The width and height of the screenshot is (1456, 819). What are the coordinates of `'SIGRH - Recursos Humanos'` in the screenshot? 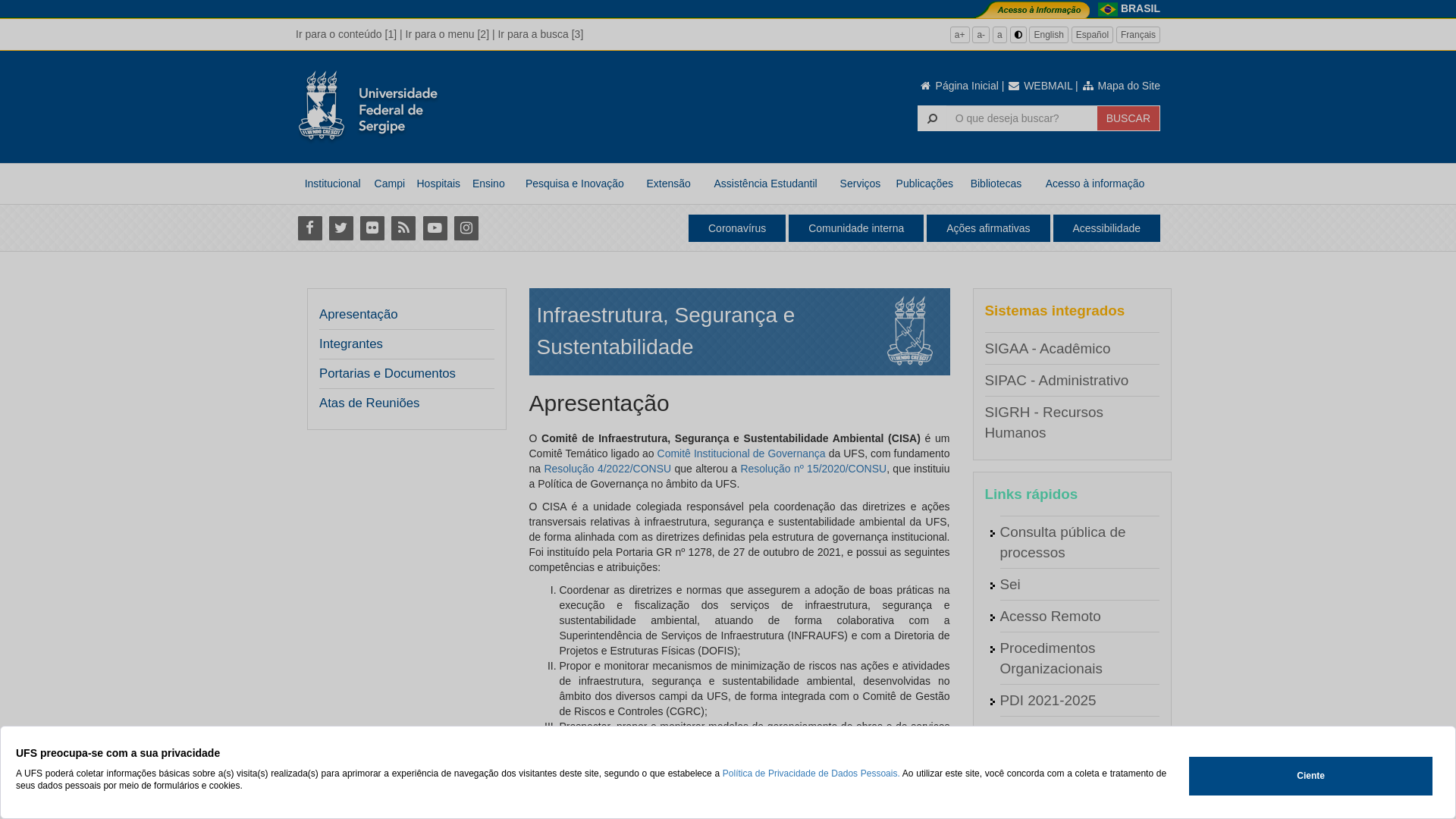 It's located at (1043, 422).